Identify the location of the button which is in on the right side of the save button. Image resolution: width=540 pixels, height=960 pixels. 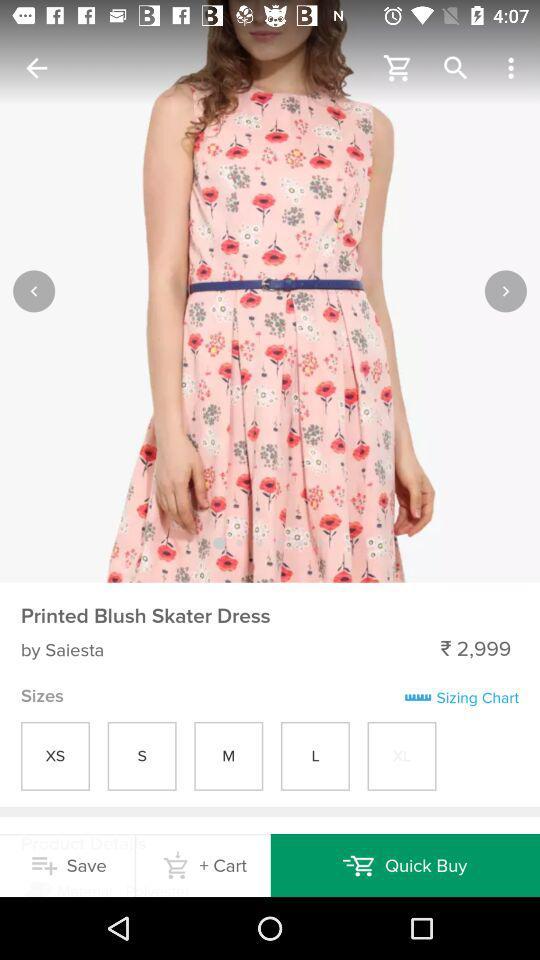
(202, 864).